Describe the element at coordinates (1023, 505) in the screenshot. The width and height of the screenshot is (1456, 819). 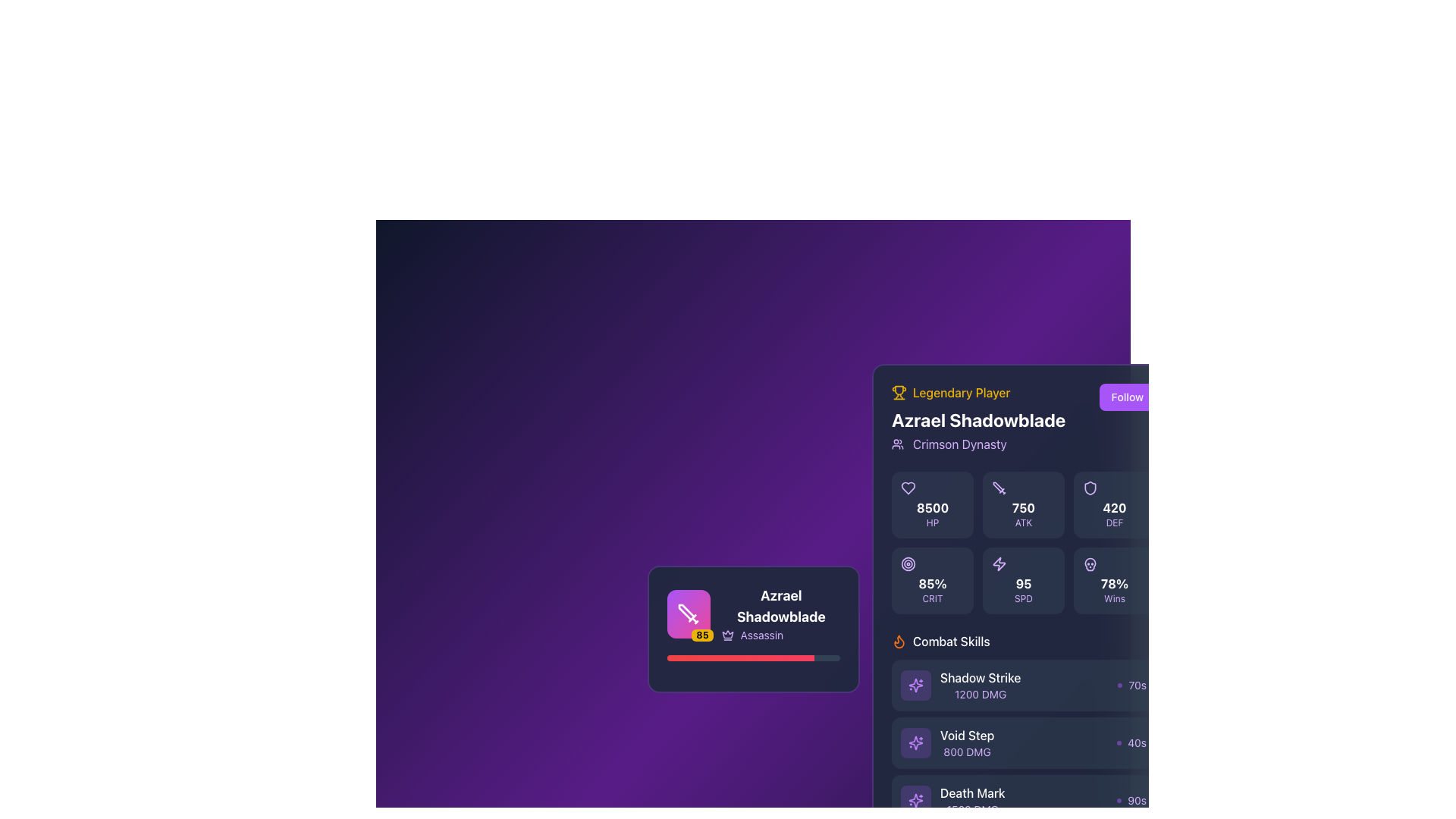
I see `the Statistic Card that displays the attack statistic of the character, positioned in the middle of the top row in a 3x3 grid, between the '8500 HP' card and the '420 DEF' card` at that location.